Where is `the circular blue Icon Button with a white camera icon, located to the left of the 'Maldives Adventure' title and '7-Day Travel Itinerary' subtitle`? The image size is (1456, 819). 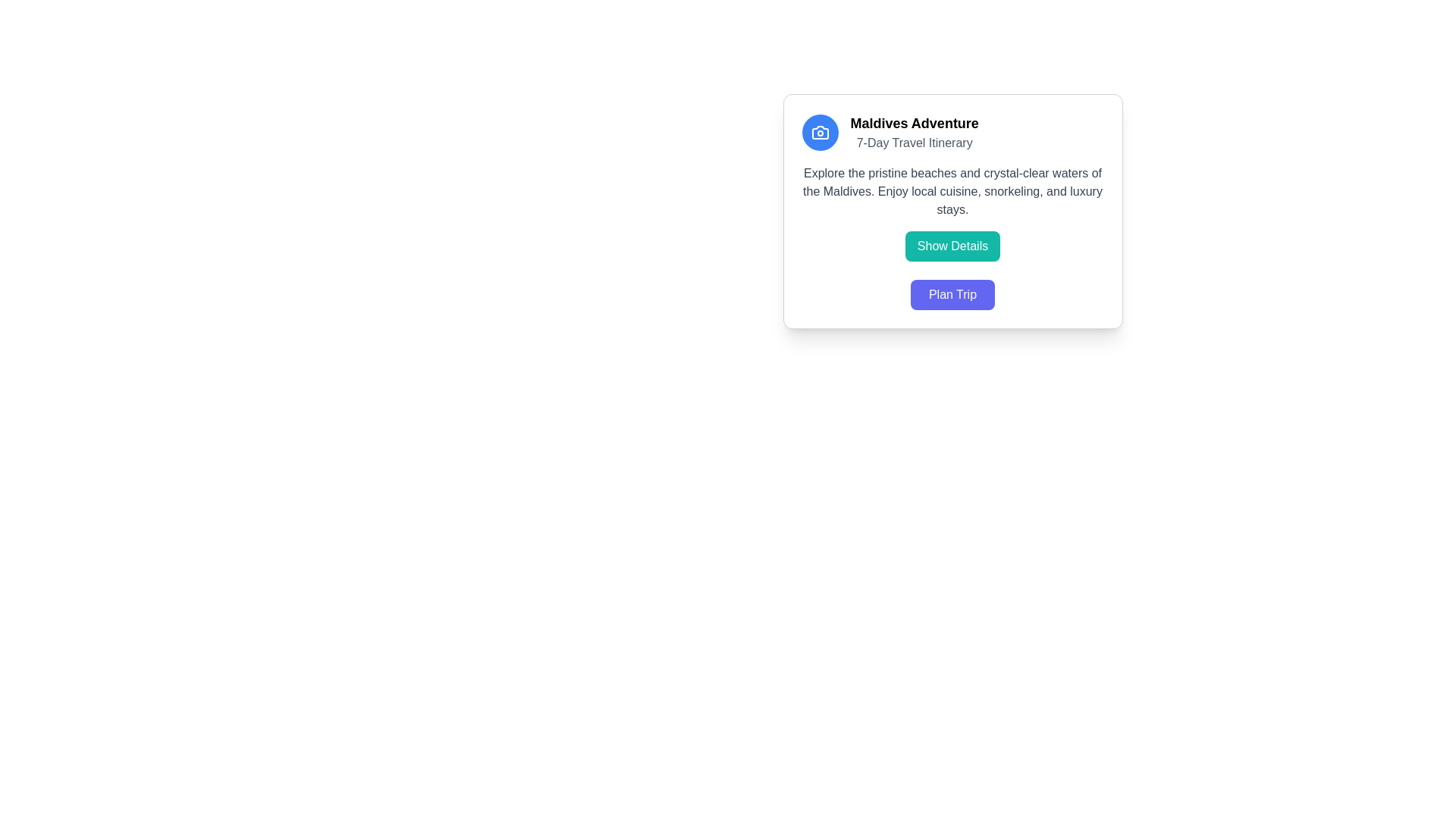
the circular blue Icon Button with a white camera icon, located to the left of the 'Maldives Adventure' title and '7-Day Travel Itinerary' subtitle is located at coordinates (819, 131).